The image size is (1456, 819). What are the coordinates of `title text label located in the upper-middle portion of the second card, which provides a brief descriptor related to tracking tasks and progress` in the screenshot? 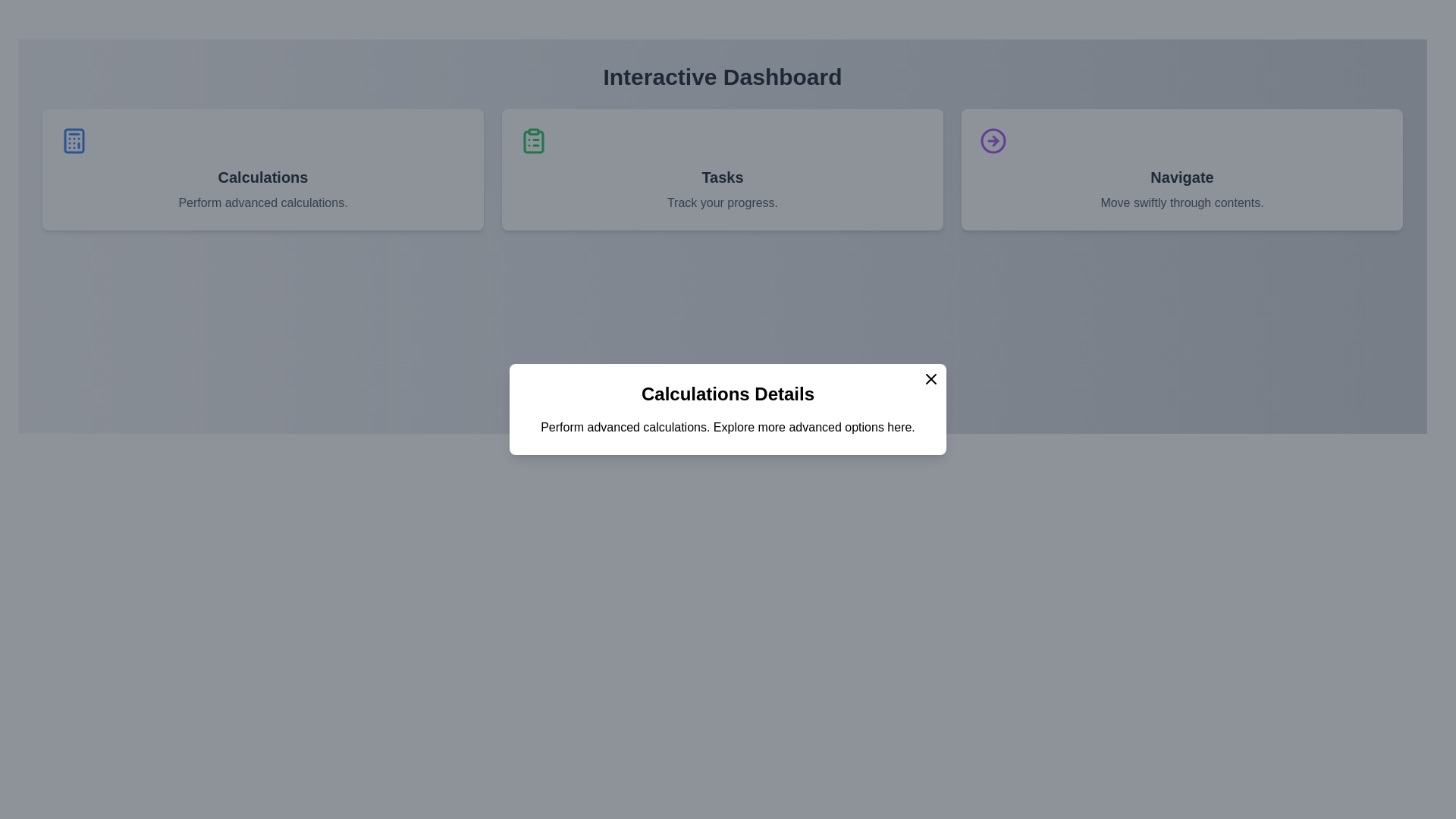 It's located at (722, 177).